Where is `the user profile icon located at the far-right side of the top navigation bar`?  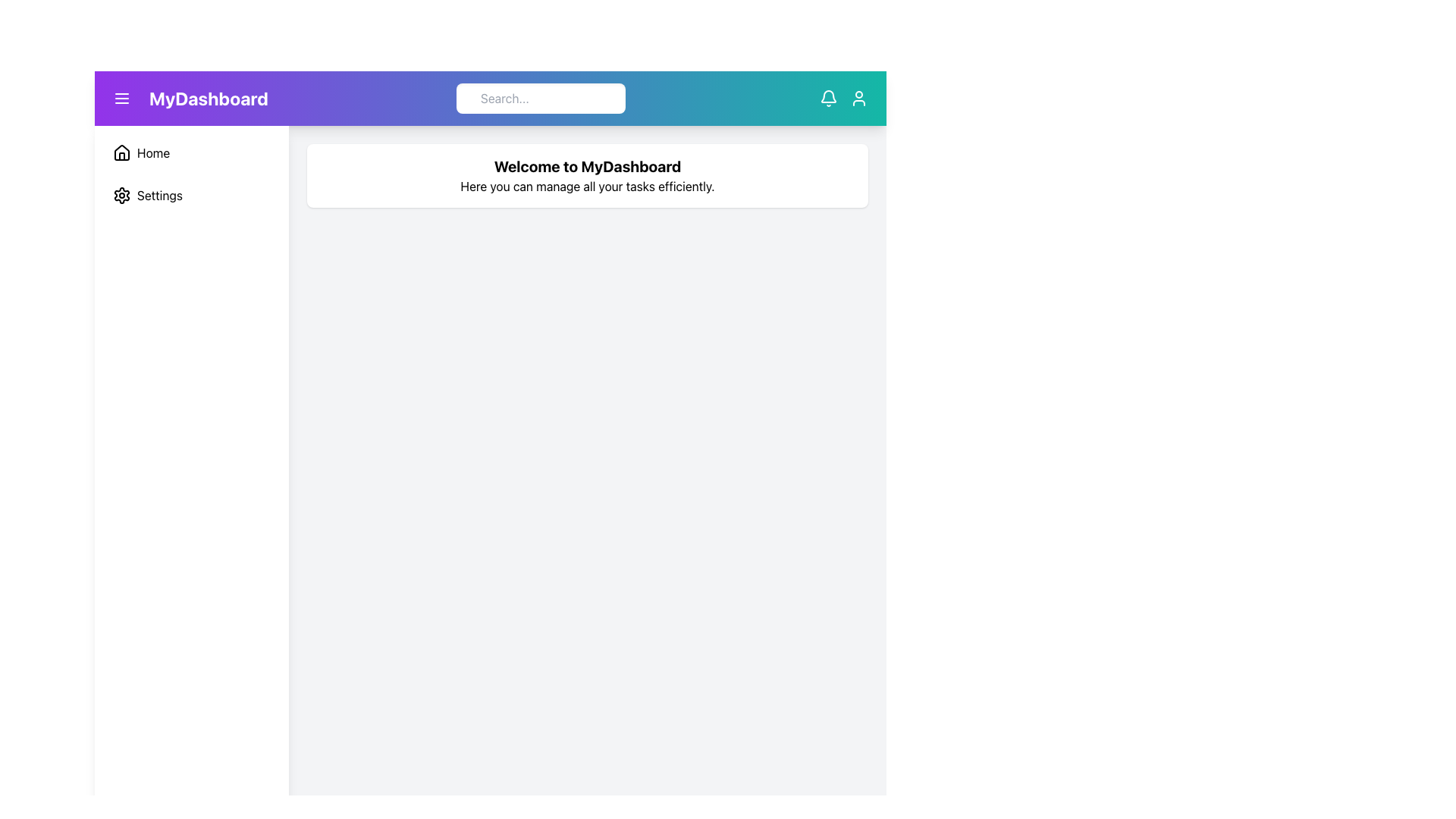
the user profile icon located at the far-right side of the top navigation bar is located at coordinates (858, 99).